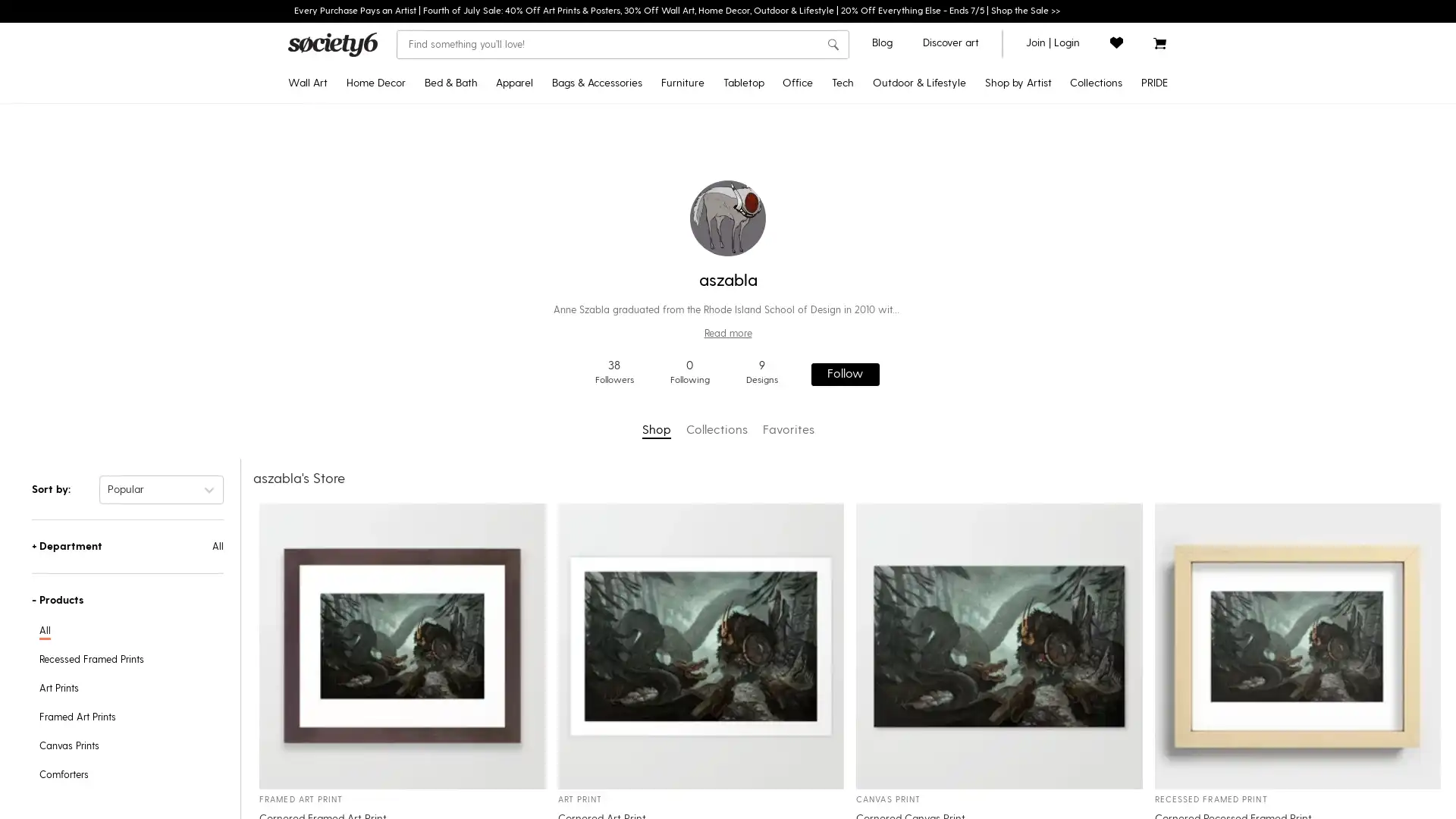  What do you see at coordinates (1018, 83) in the screenshot?
I see `Shop by Artist` at bounding box center [1018, 83].